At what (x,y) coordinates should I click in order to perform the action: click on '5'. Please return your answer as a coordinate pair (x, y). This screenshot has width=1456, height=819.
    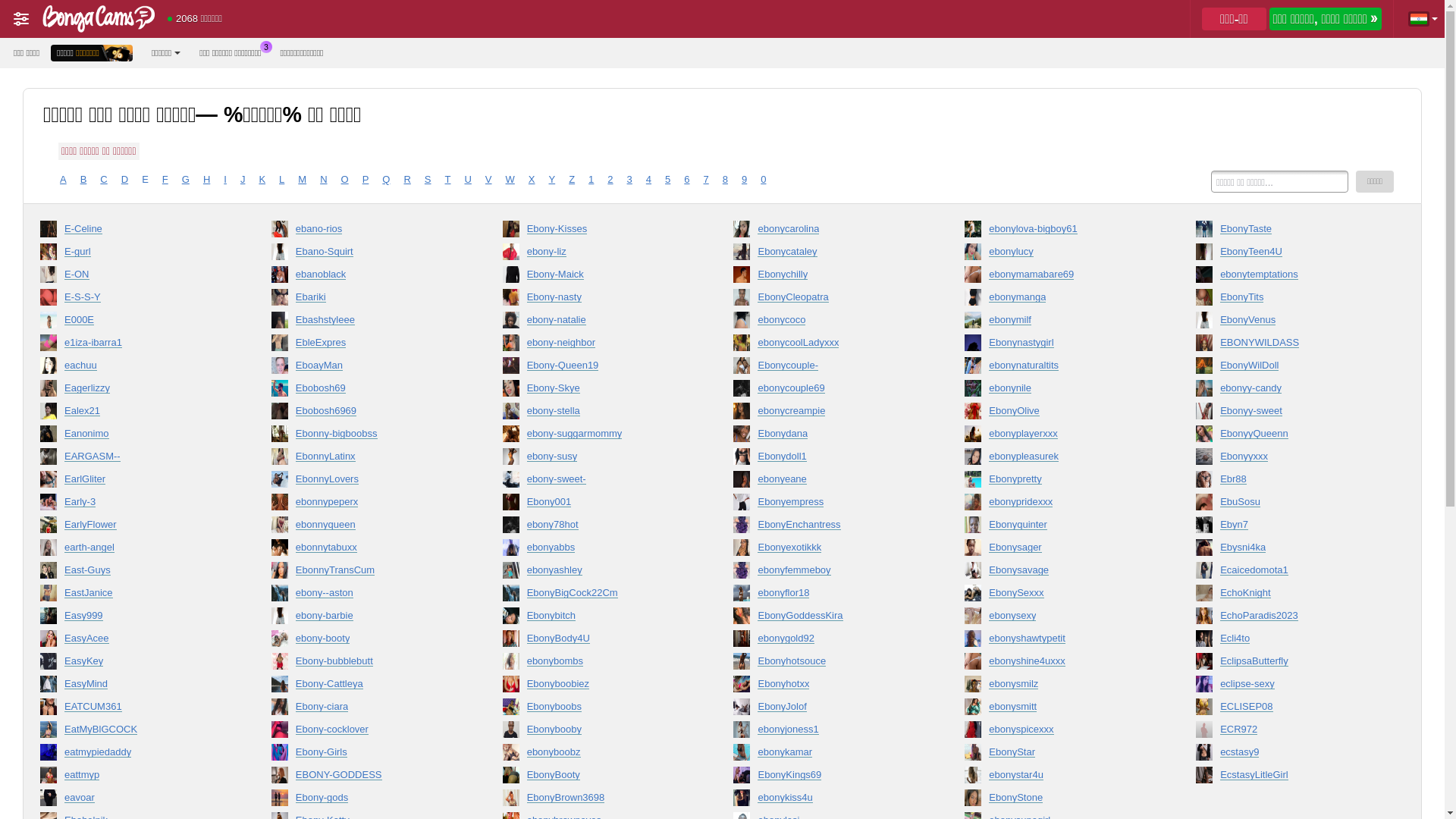
    Looking at the image, I should click on (665, 178).